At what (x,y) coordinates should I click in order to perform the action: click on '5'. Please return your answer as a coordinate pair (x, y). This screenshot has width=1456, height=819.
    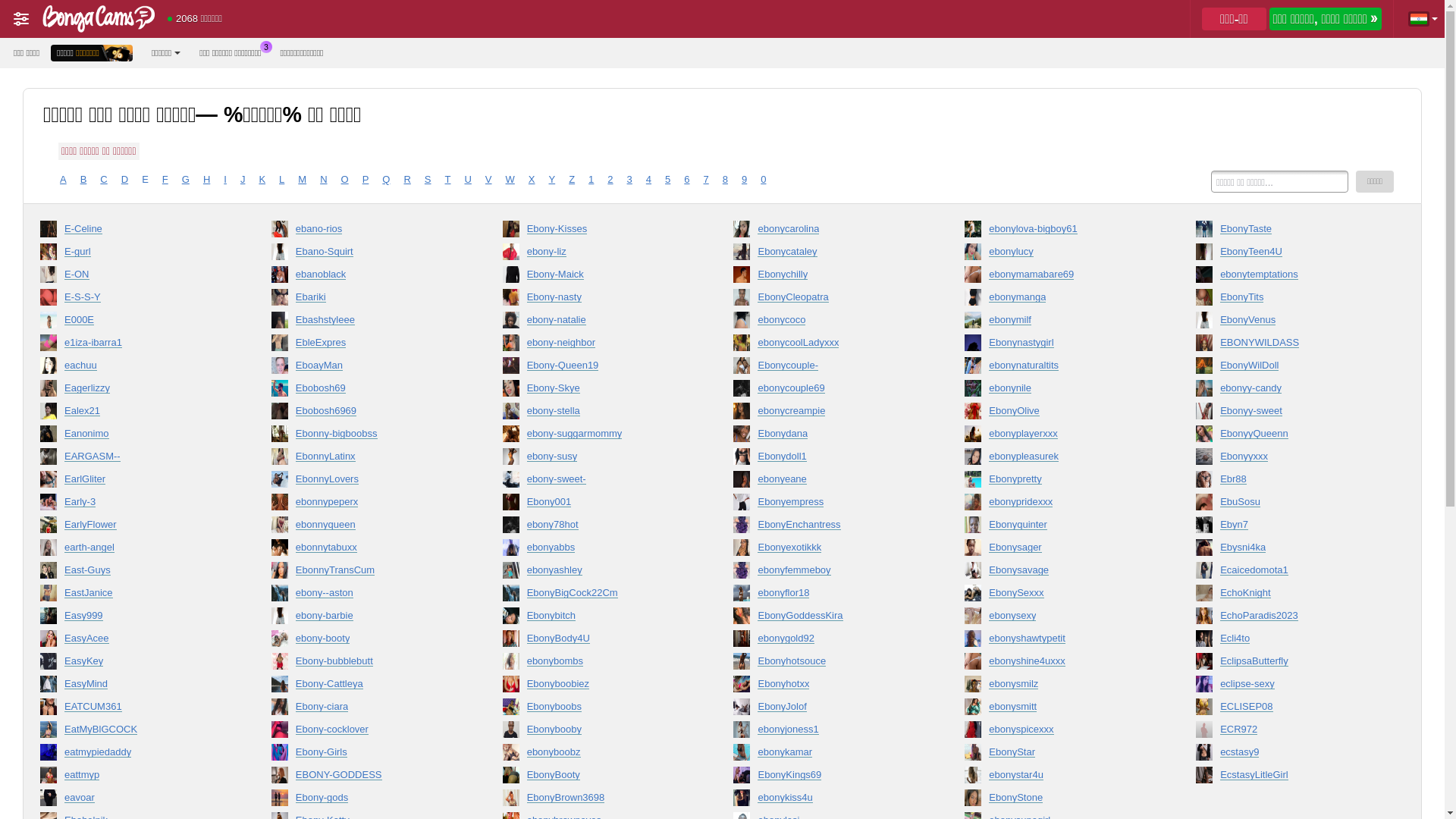
    Looking at the image, I should click on (665, 178).